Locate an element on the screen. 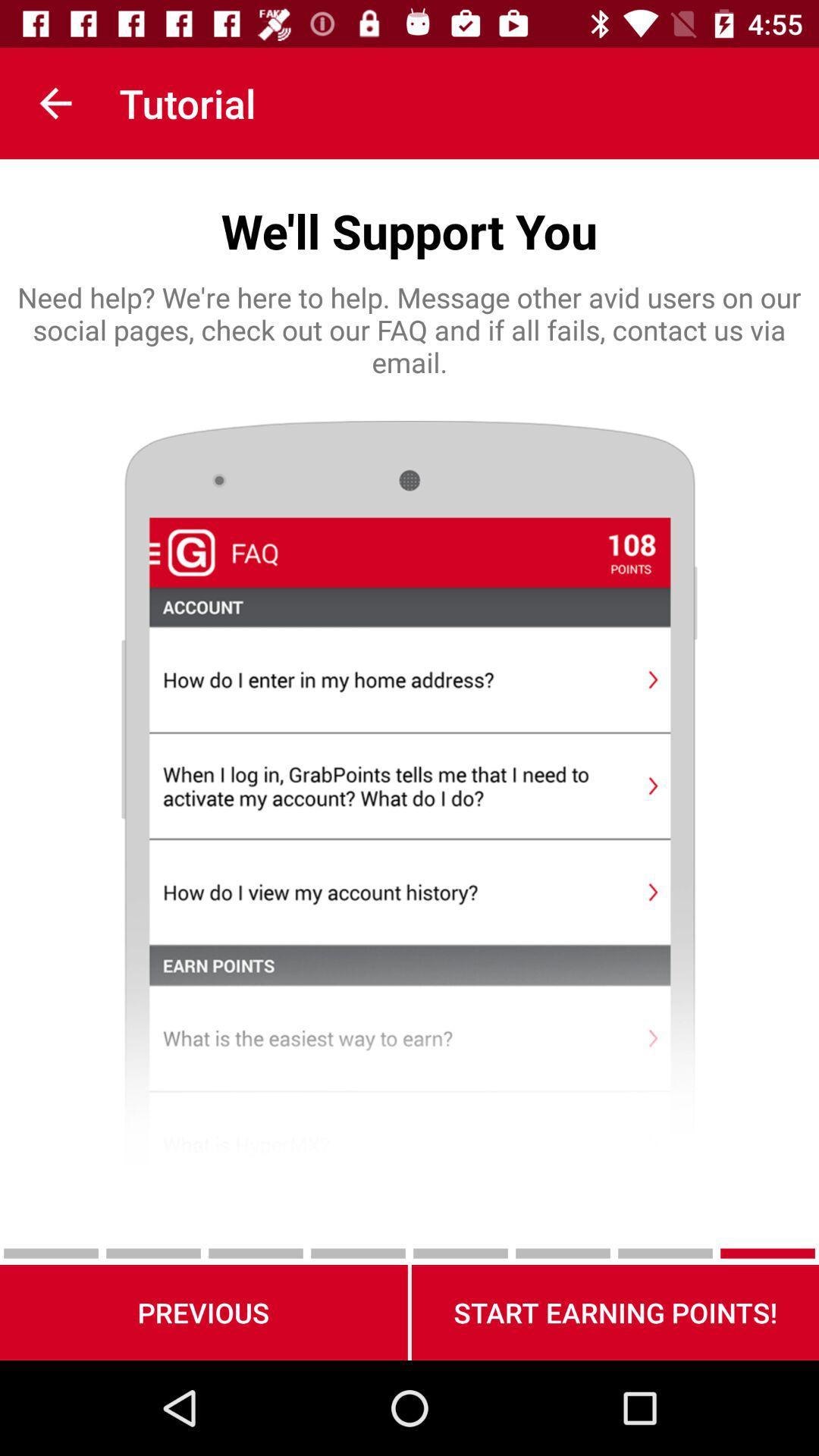 The height and width of the screenshot is (1456, 819). start earning points! icon is located at coordinates (615, 1312).